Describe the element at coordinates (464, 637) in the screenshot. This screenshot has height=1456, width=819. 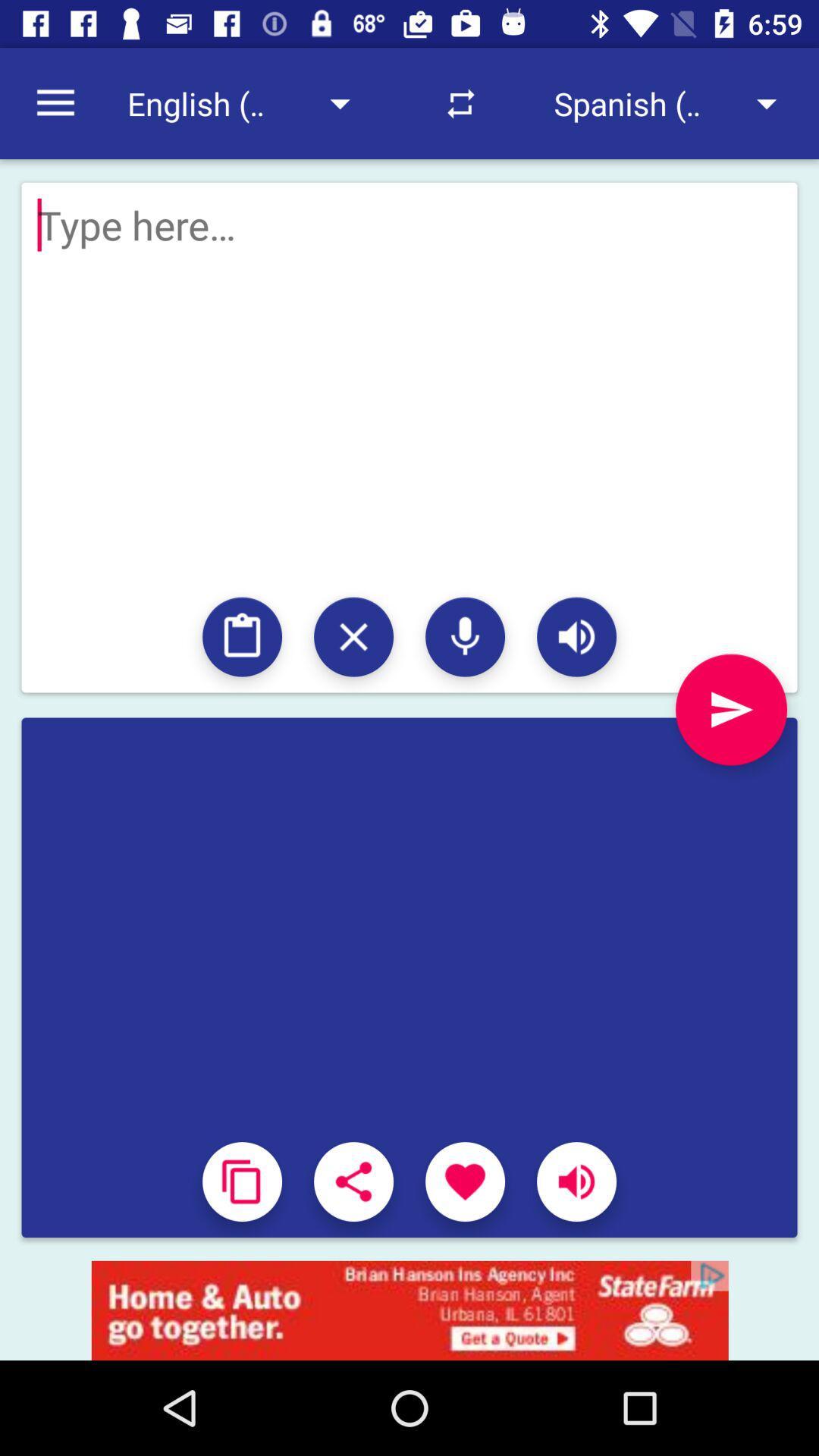
I see `mic` at that location.